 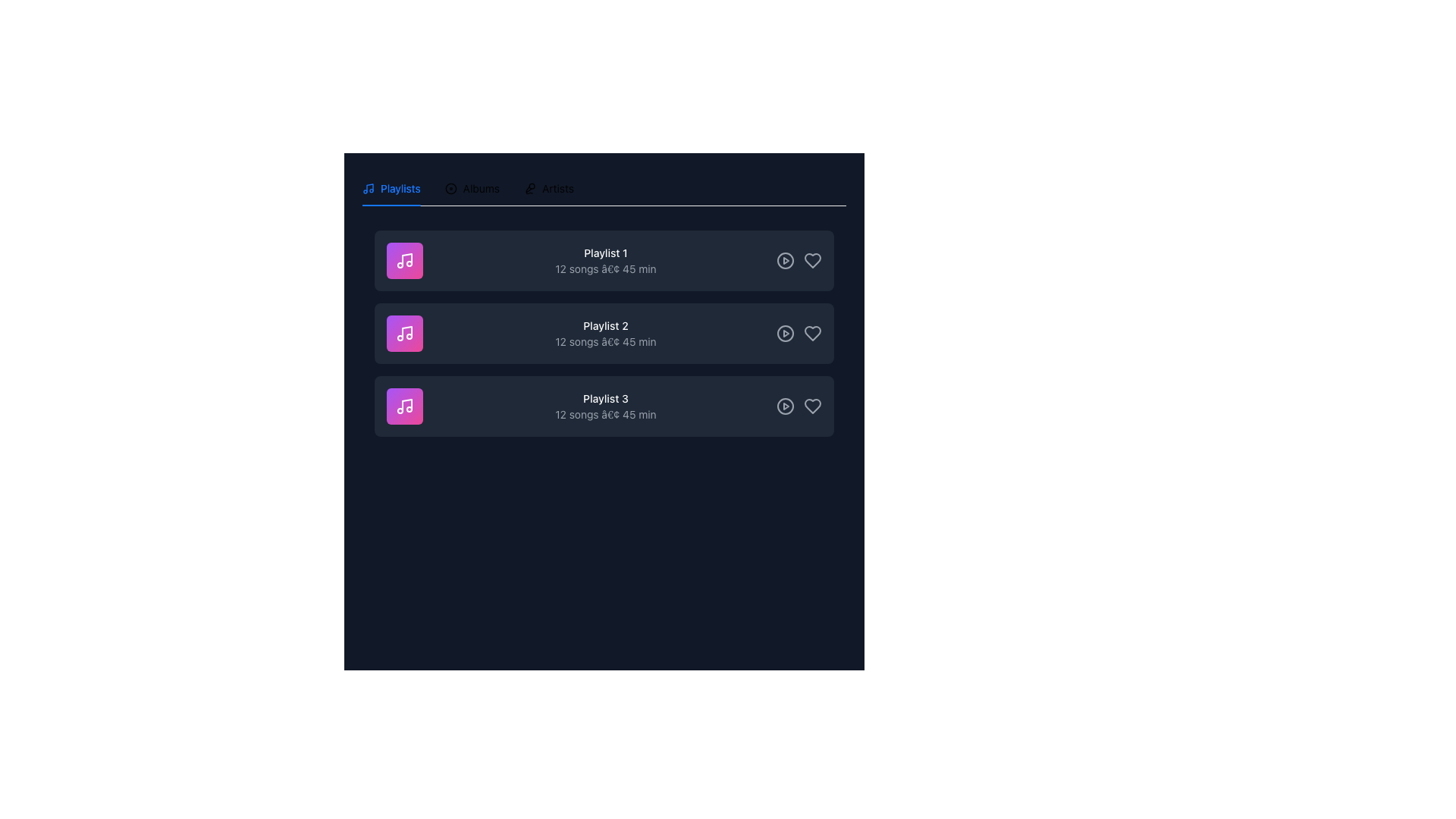 What do you see at coordinates (548, 188) in the screenshot?
I see `the third tab in the tabbed interface` at bounding box center [548, 188].